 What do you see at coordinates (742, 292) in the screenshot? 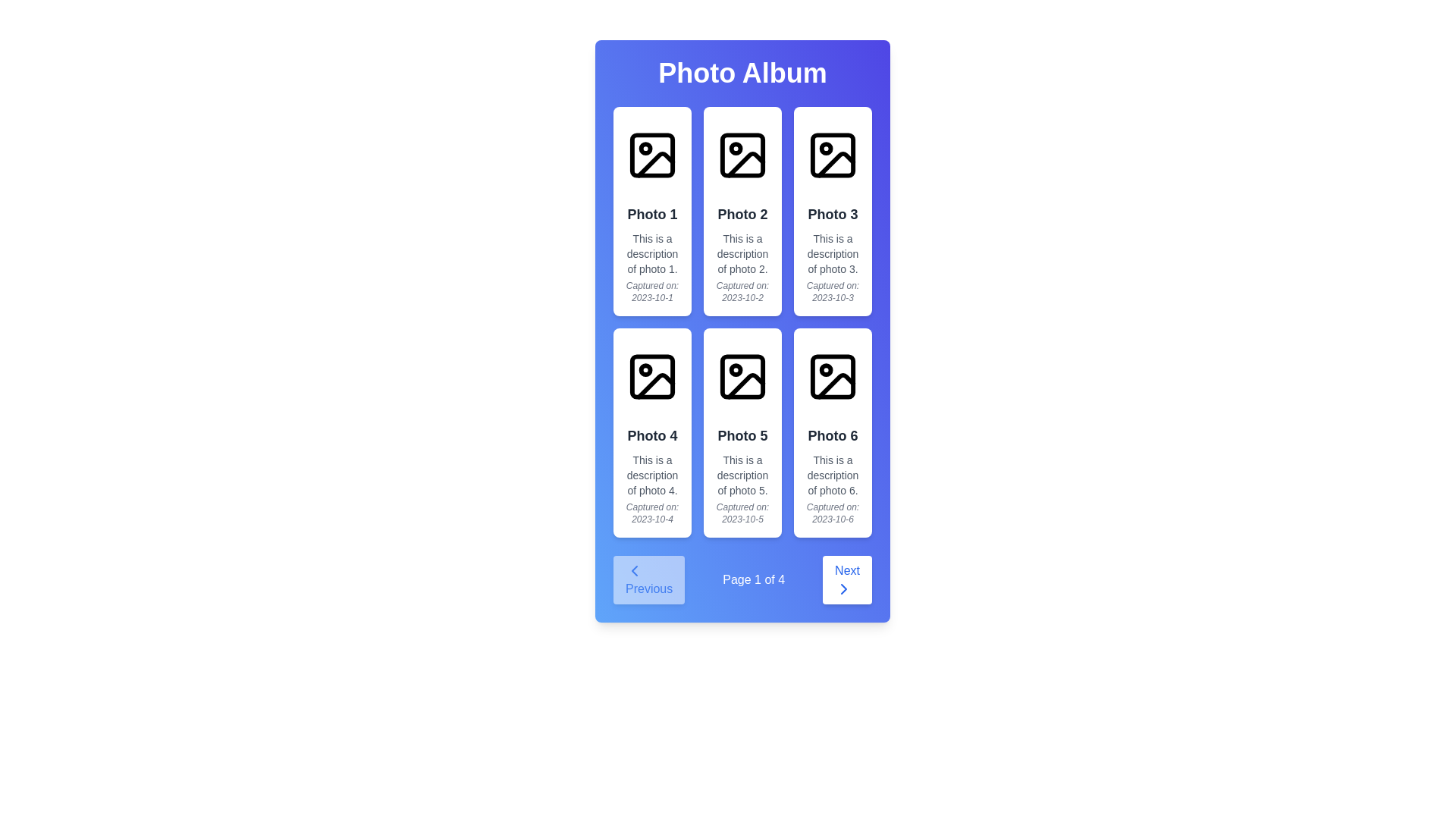
I see `the informational text label indicating the date associated with the item described in the card labeled 'Photo 2', located in the second column of the top row in a grid layout` at bounding box center [742, 292].